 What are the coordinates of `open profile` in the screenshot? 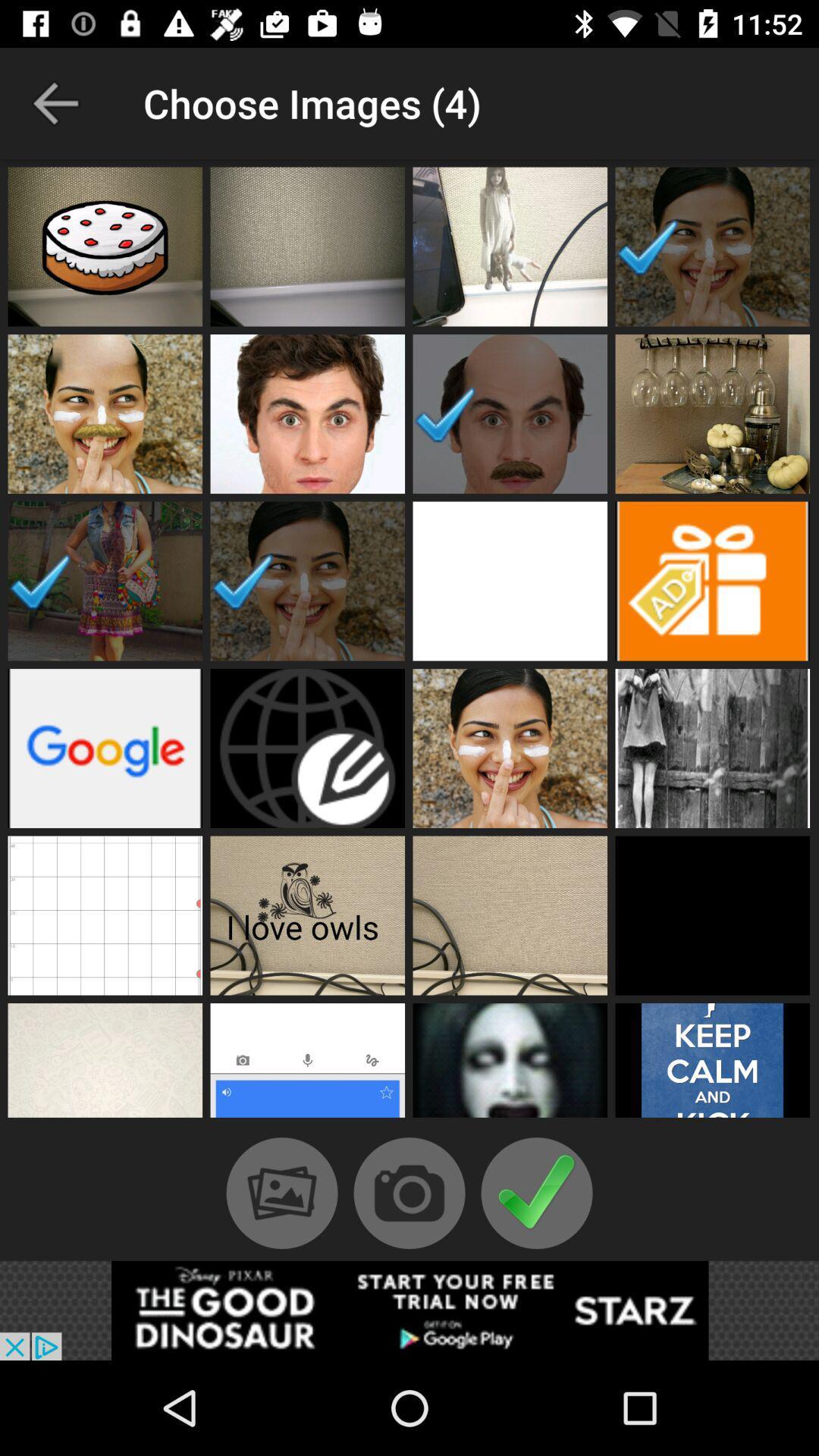 It's located at (104, 414).